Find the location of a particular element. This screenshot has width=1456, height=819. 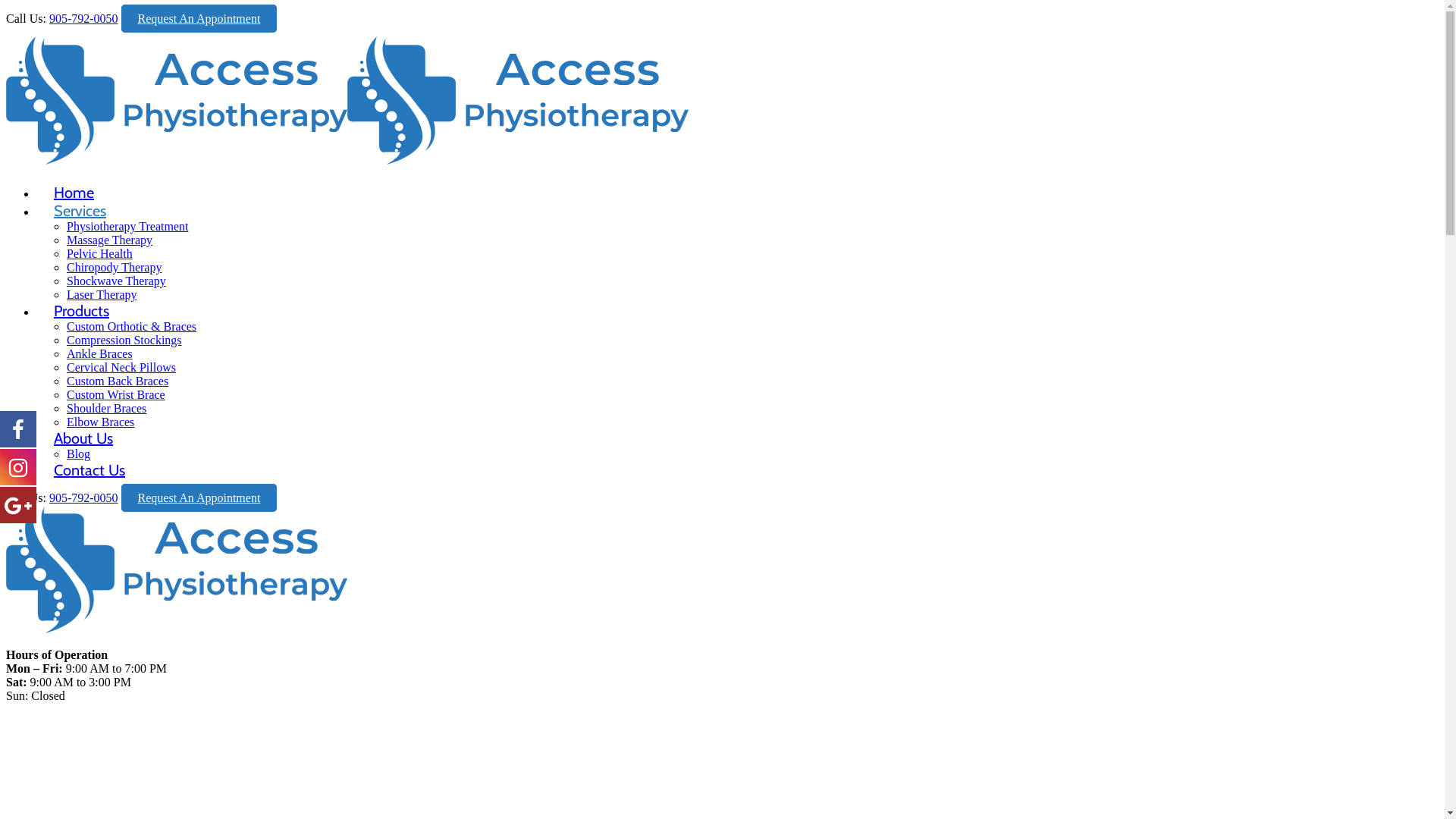

'Shockwave Therapy' is located at coordinates (65, 281).